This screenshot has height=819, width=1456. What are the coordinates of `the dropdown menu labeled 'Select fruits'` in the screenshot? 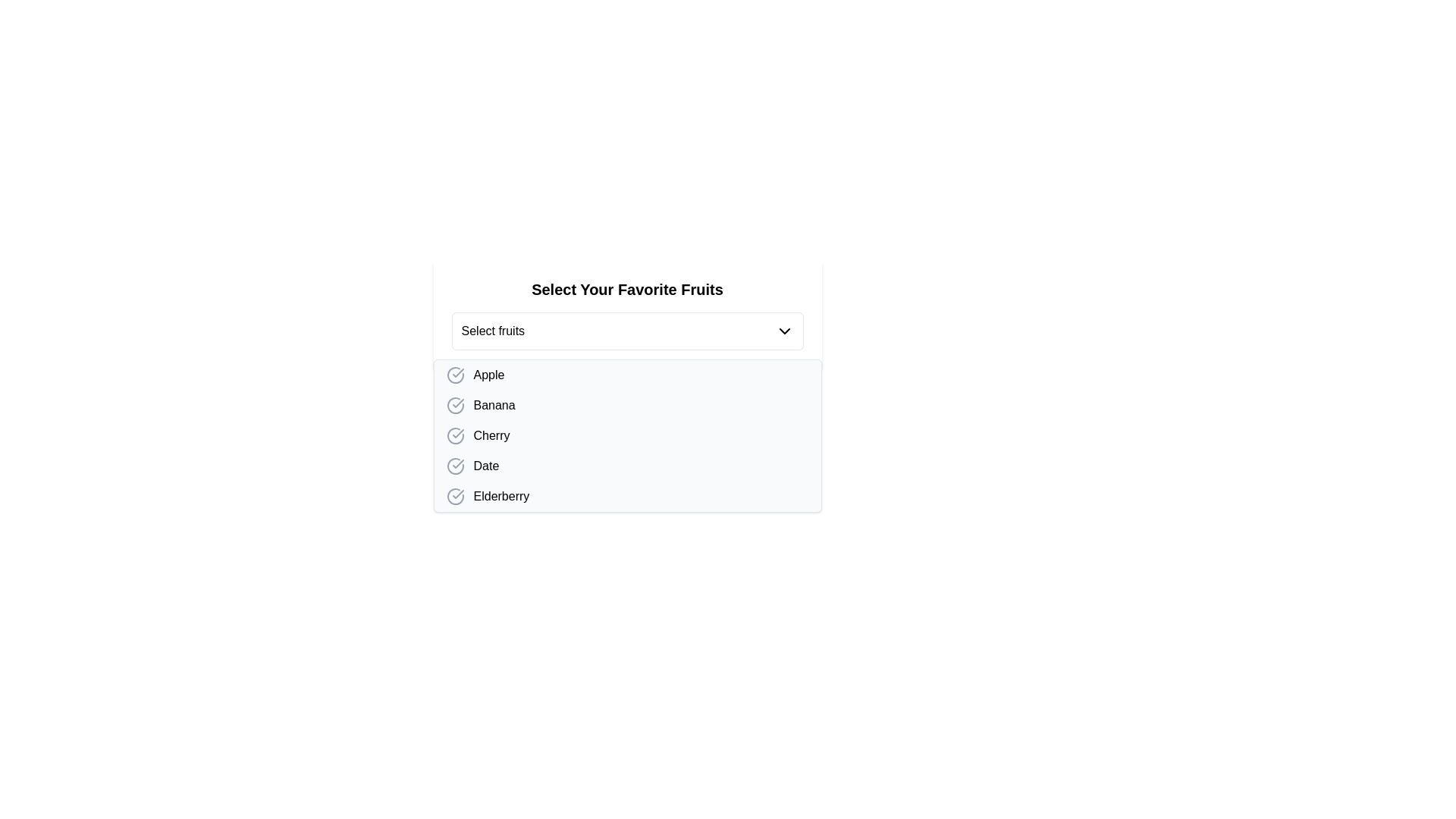 It's located at (627, 330).